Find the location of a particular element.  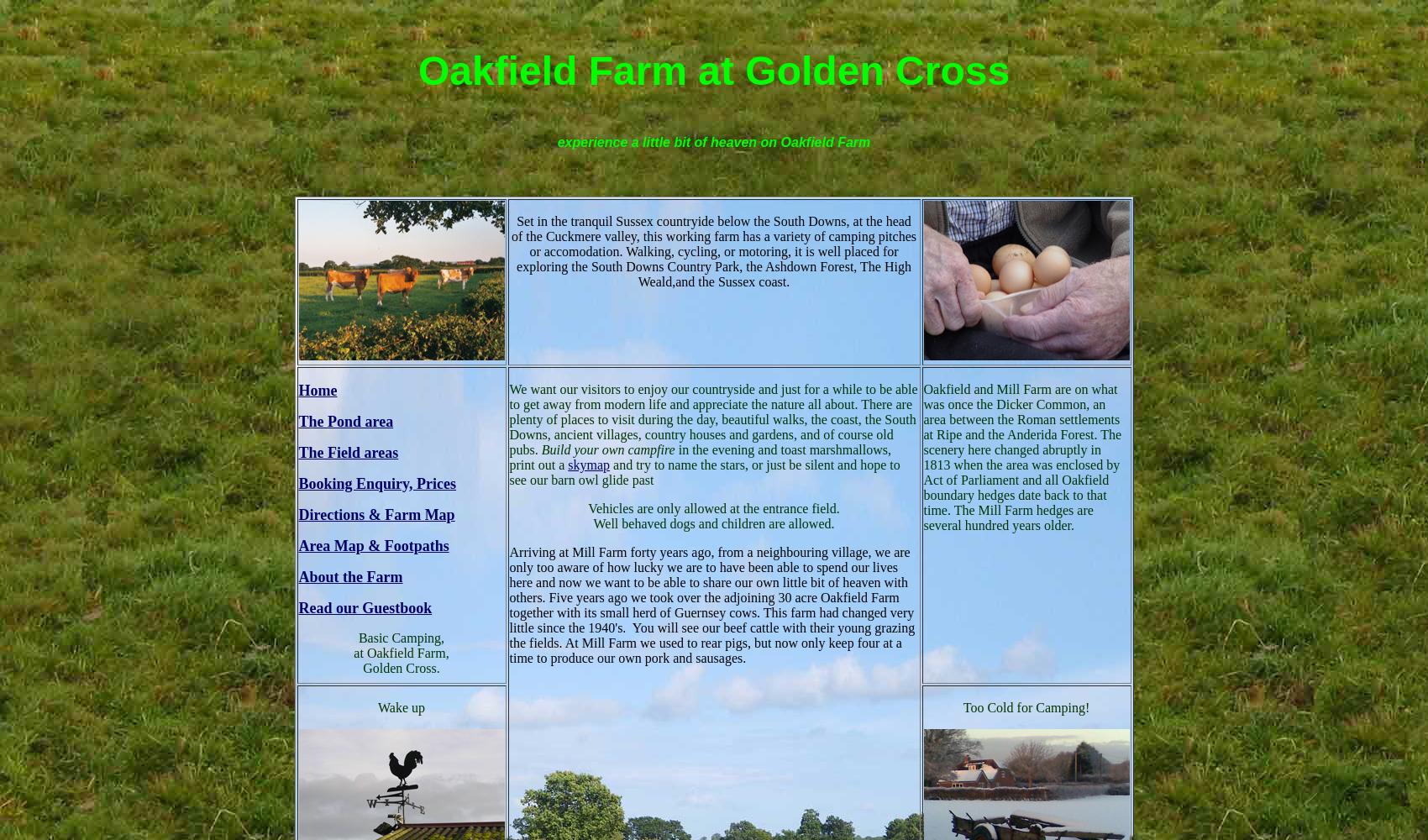

'in the evening and toast marshmallows, print out a' is located at coordinates (699, 456).